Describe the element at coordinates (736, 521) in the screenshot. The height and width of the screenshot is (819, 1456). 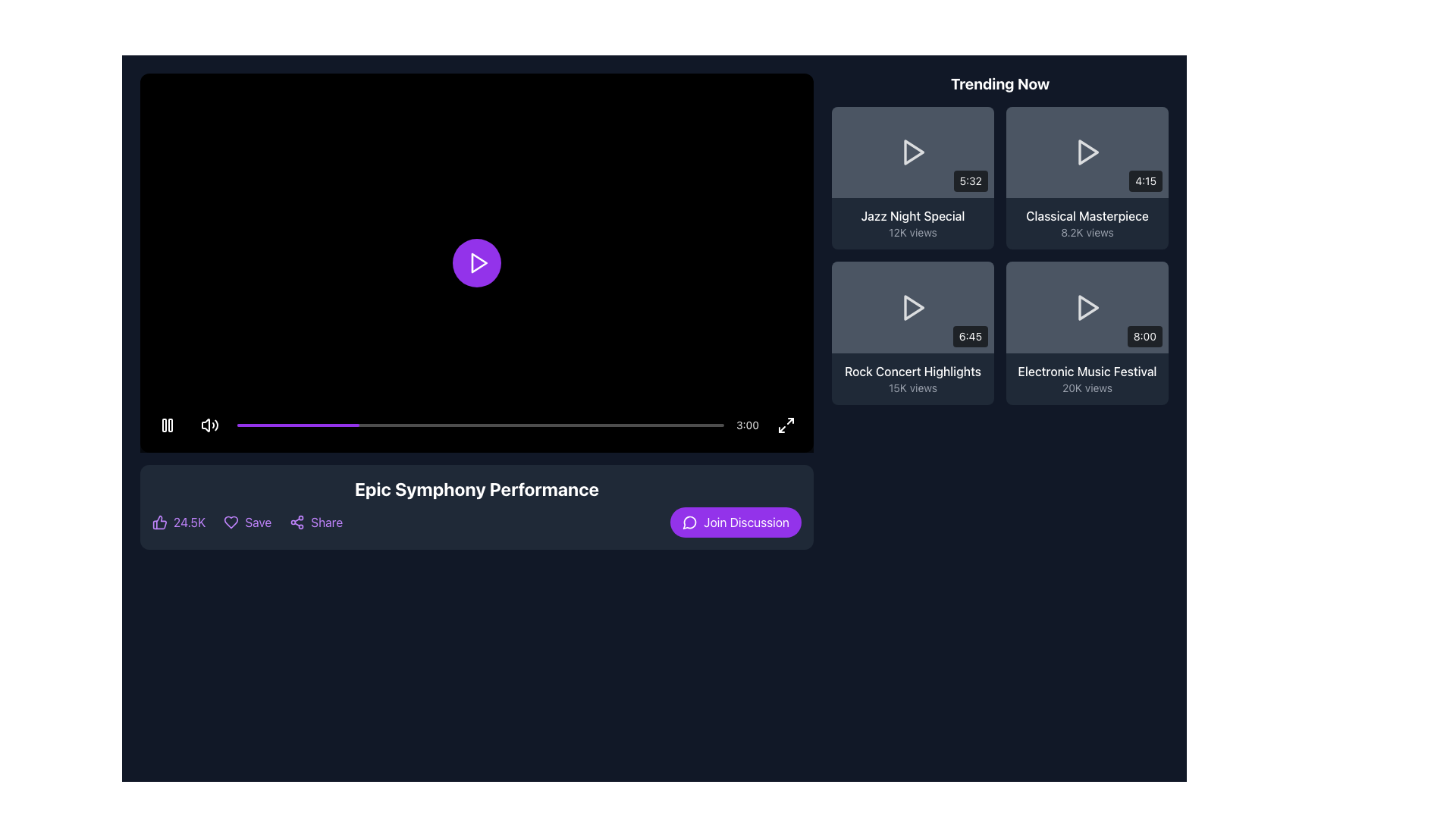
I see `the 'Join Discussion' button located at the bottom-right corner of the horizontal bar beneath the video playback area` at that location.